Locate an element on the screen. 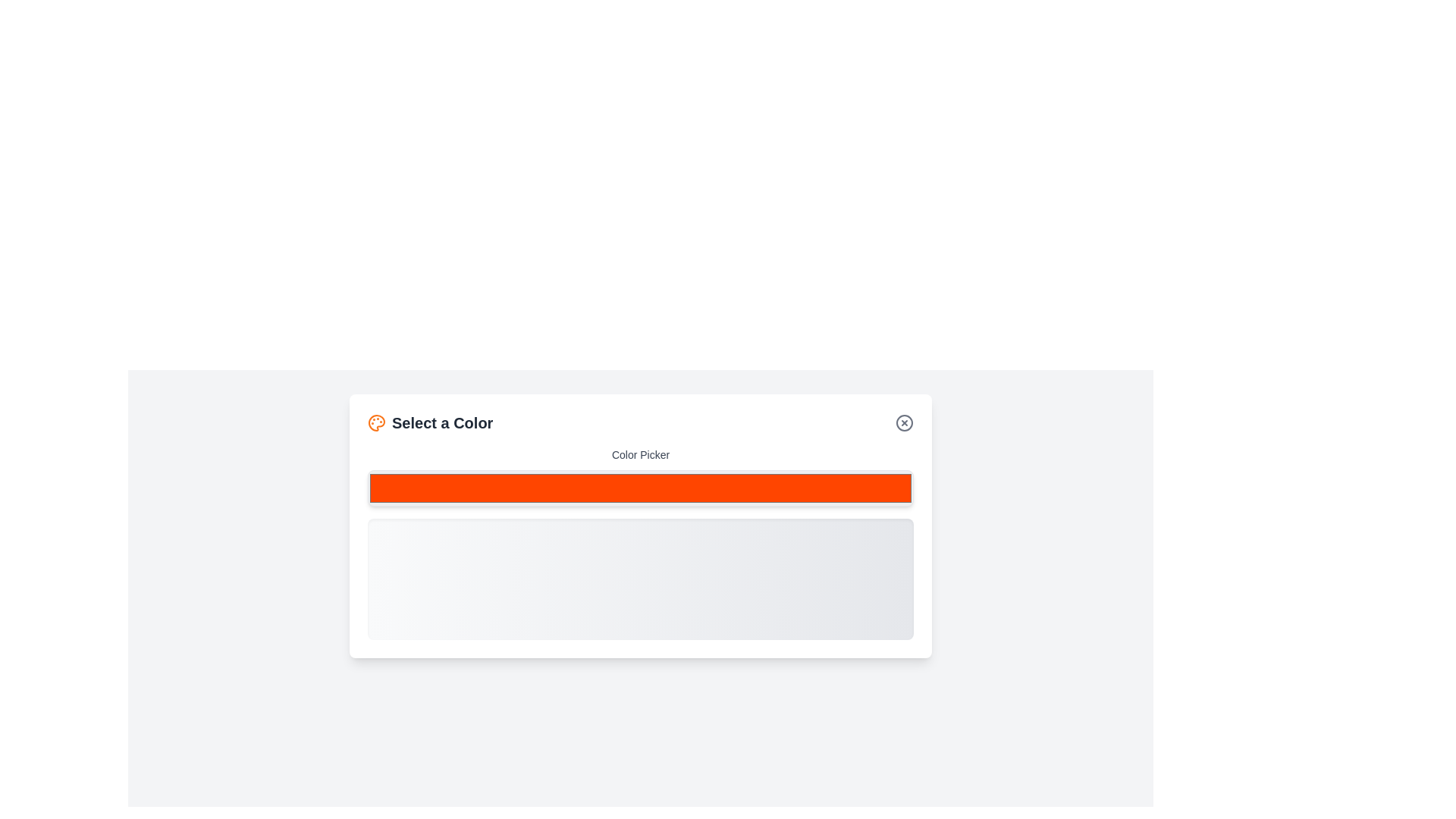  the circular close button with an 'X' shape located at the top-right of the 'Select a Color' section is located at coordinates (905, 423).